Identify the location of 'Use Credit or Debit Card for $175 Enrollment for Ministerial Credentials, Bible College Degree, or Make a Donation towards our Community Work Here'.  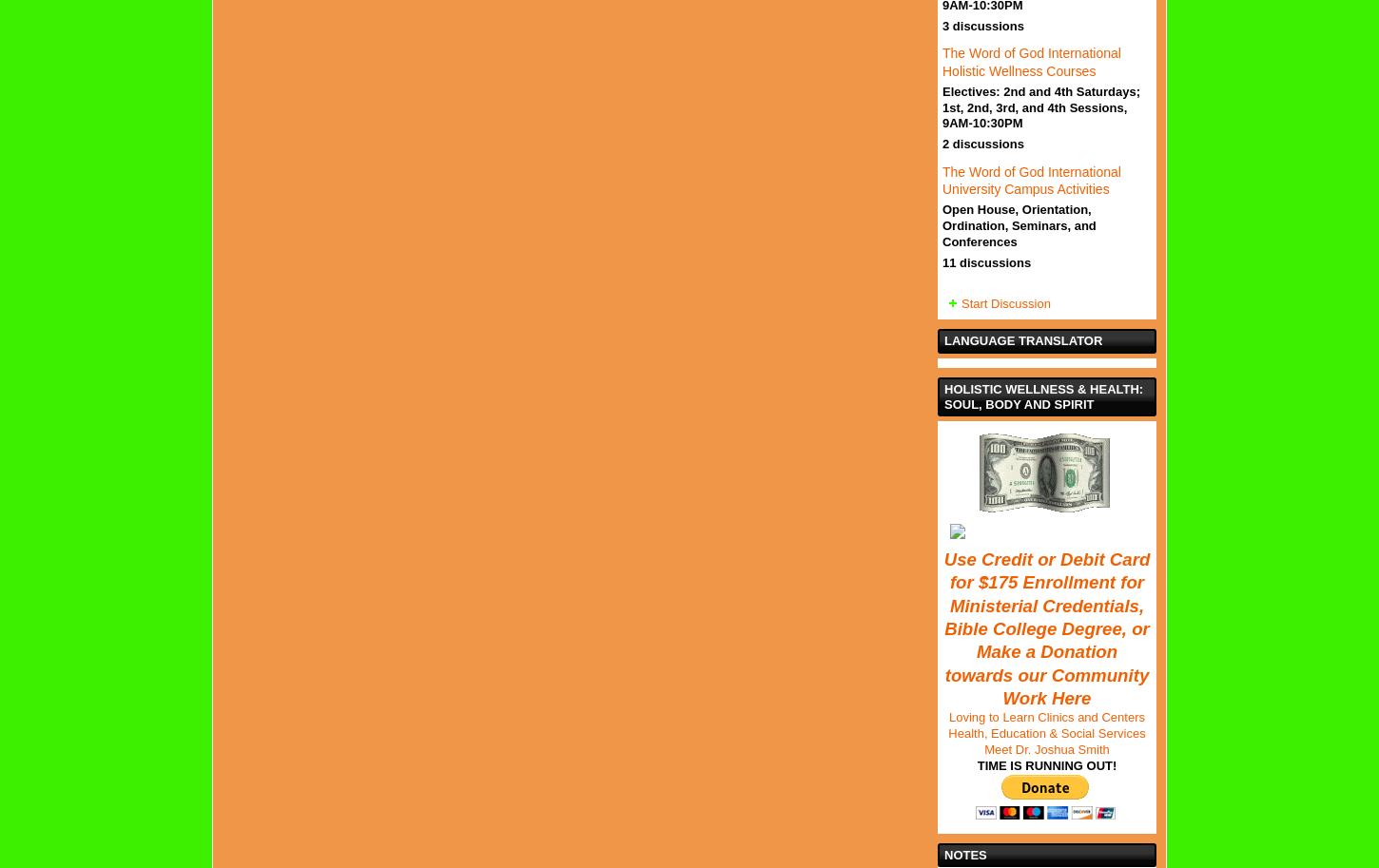
(1045, 627).